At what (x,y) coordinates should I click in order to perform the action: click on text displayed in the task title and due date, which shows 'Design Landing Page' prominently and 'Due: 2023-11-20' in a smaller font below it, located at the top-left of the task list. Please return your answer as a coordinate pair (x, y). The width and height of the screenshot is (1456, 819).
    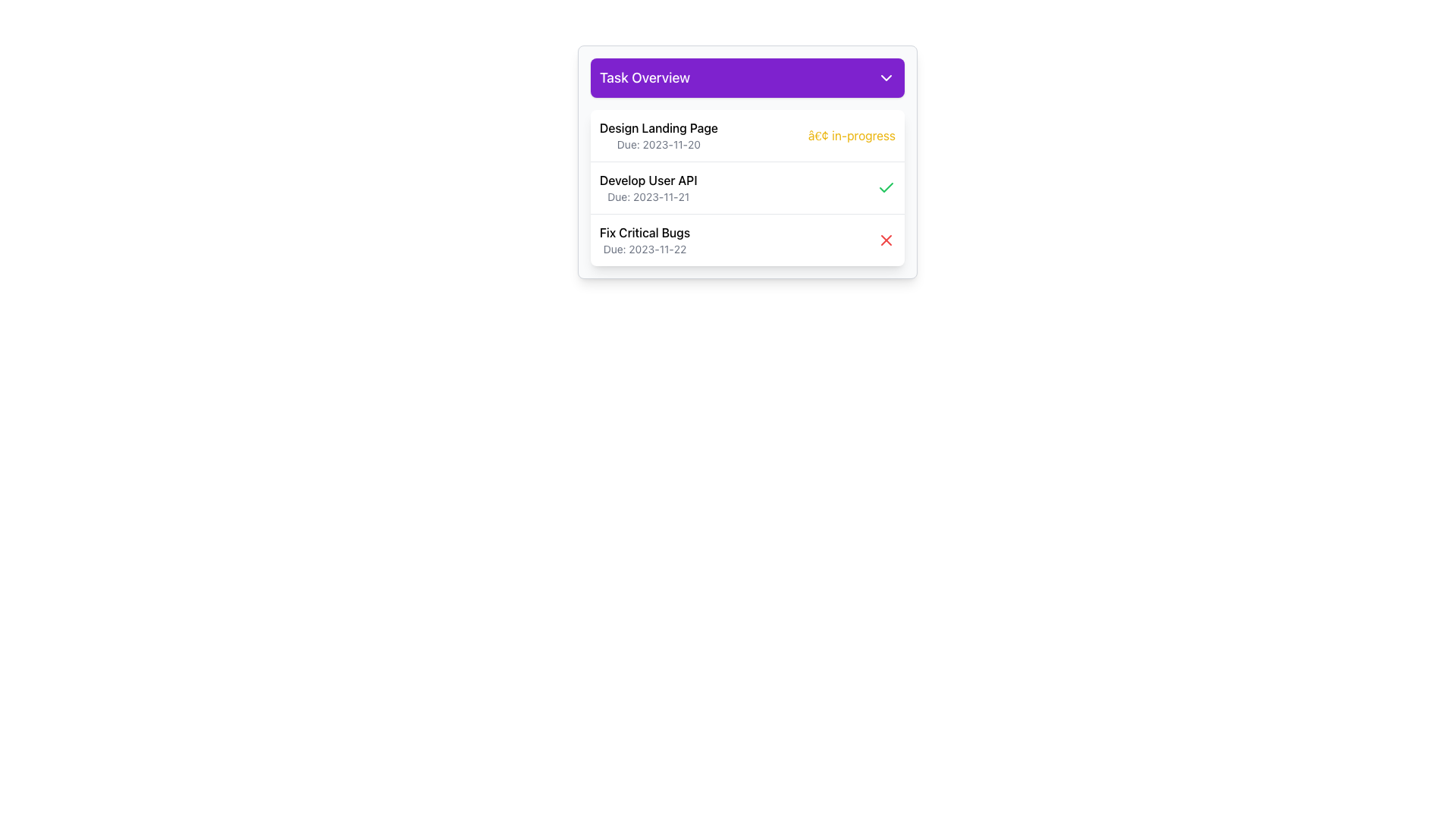
    Looking at the image, I should click on (658, 134).